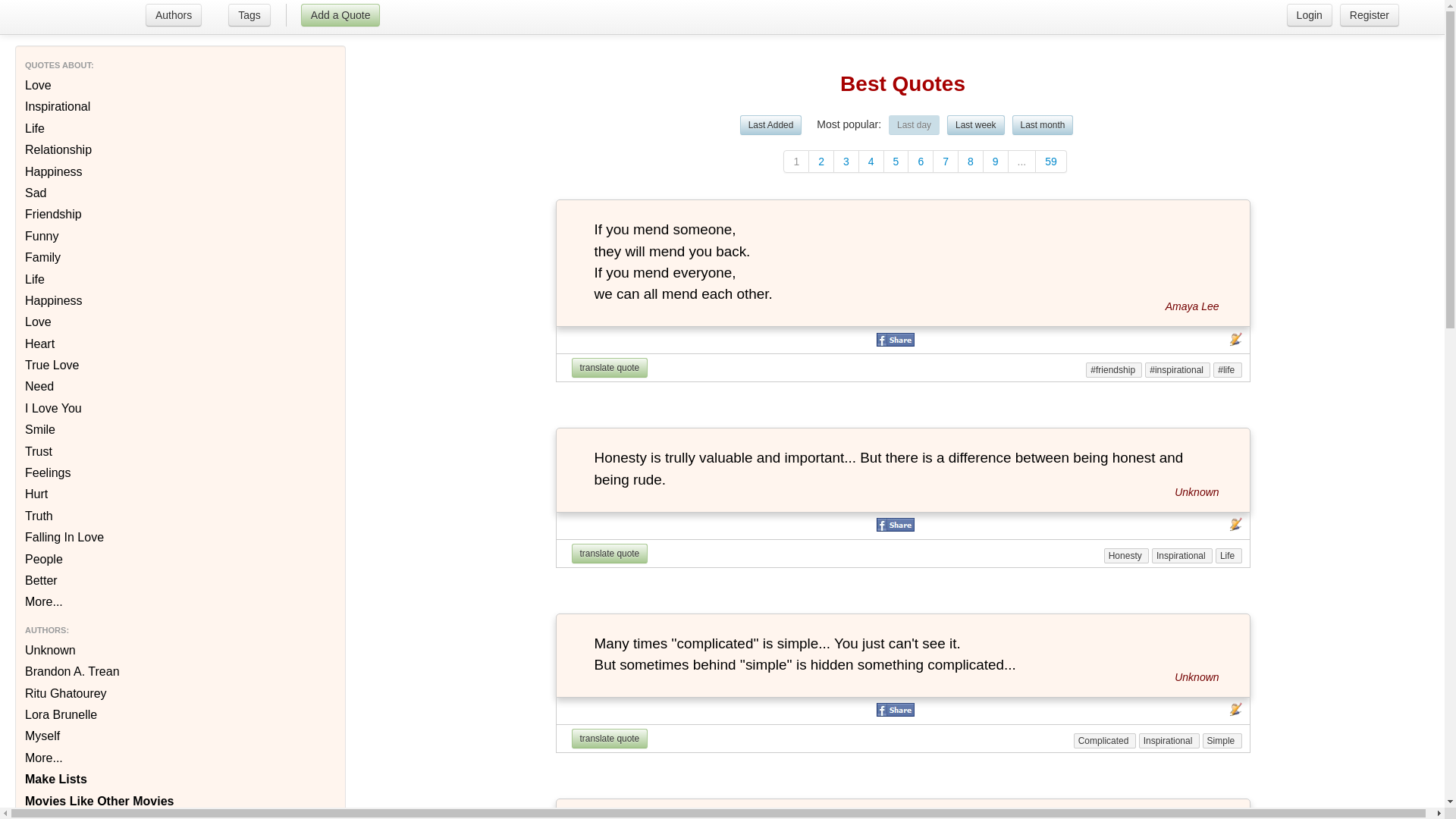 The height and width of the screenshot is (819, 1456). What do you see at coordinates (971, 161) in the screenshot?
I see `'8'` at bounding box center [971, 161].